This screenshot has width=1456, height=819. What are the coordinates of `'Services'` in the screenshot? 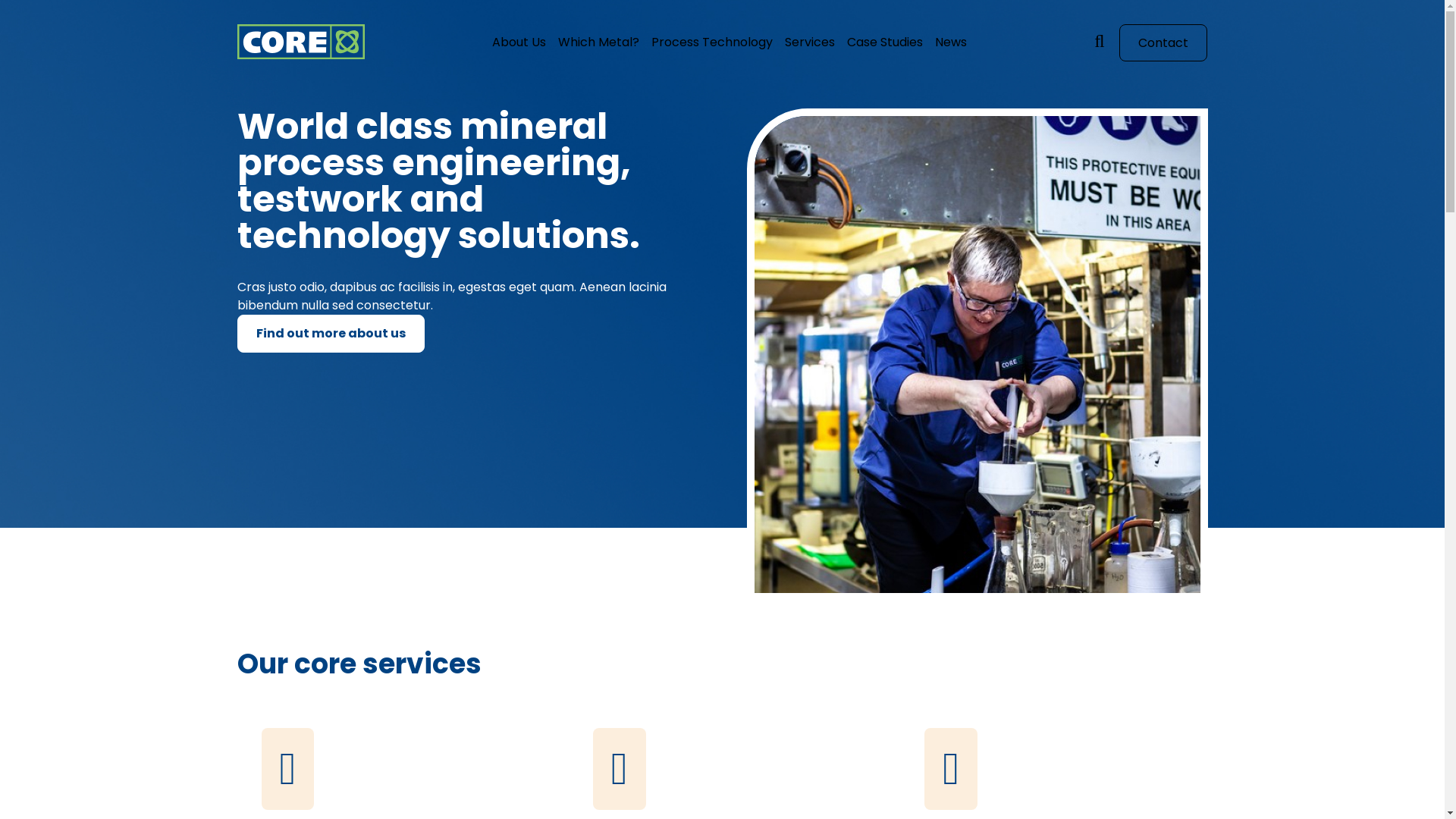 It's located at (809, 41).